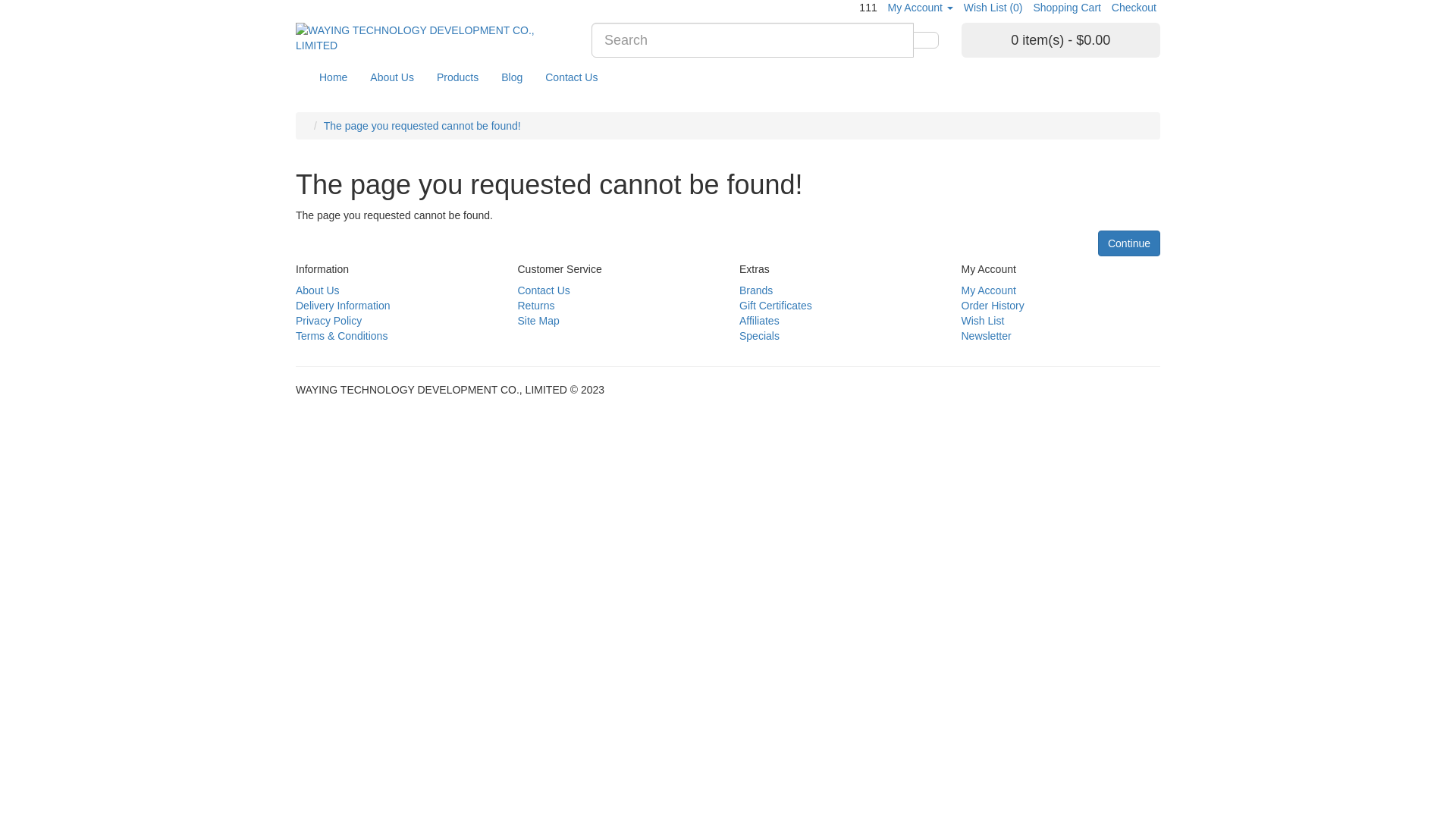  I want to click on 'Products', so click(425, 77).